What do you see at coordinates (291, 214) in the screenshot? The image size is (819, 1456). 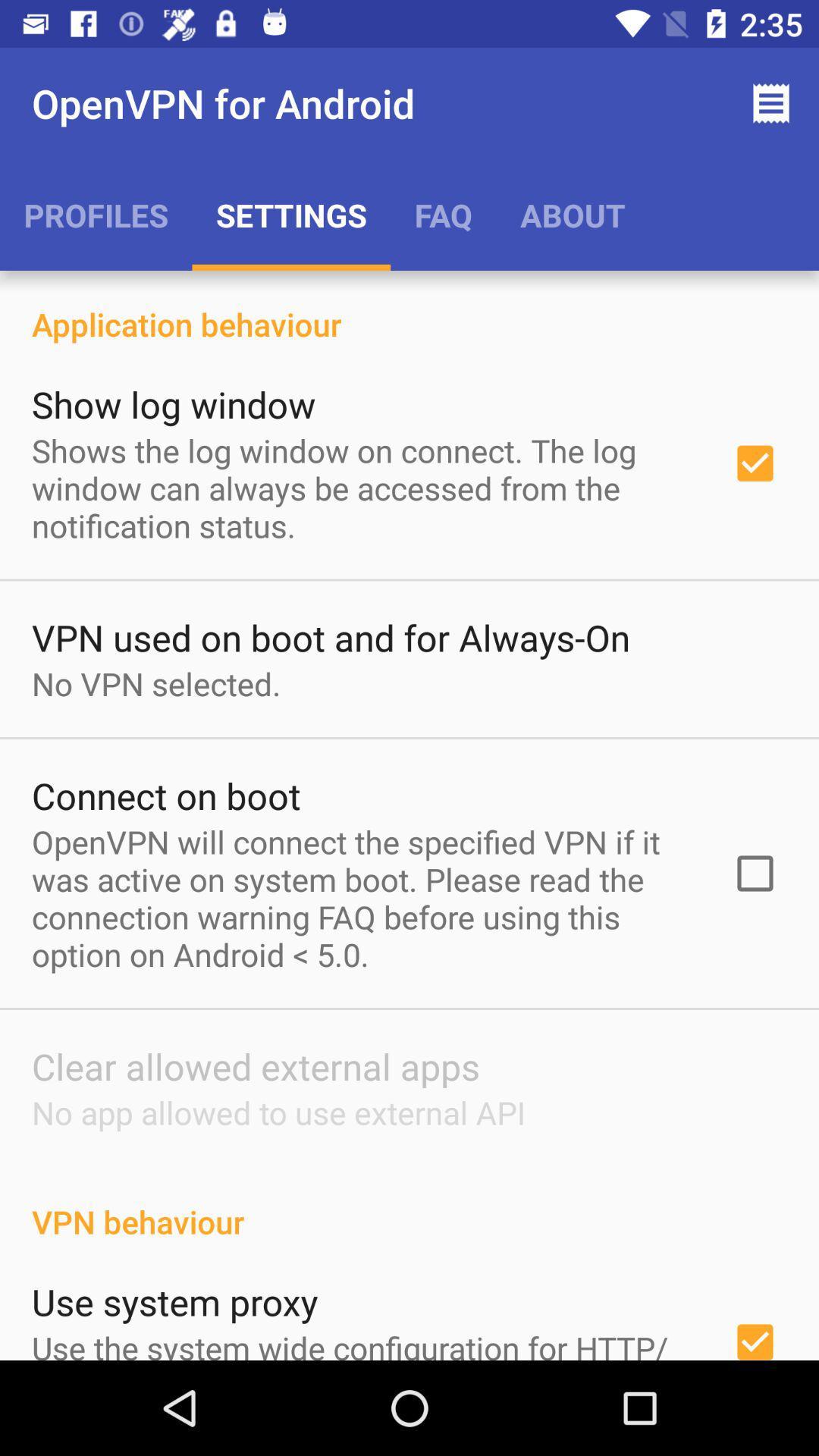 I see `the icon to the left of the faq item` at bounding box center [291, 214].